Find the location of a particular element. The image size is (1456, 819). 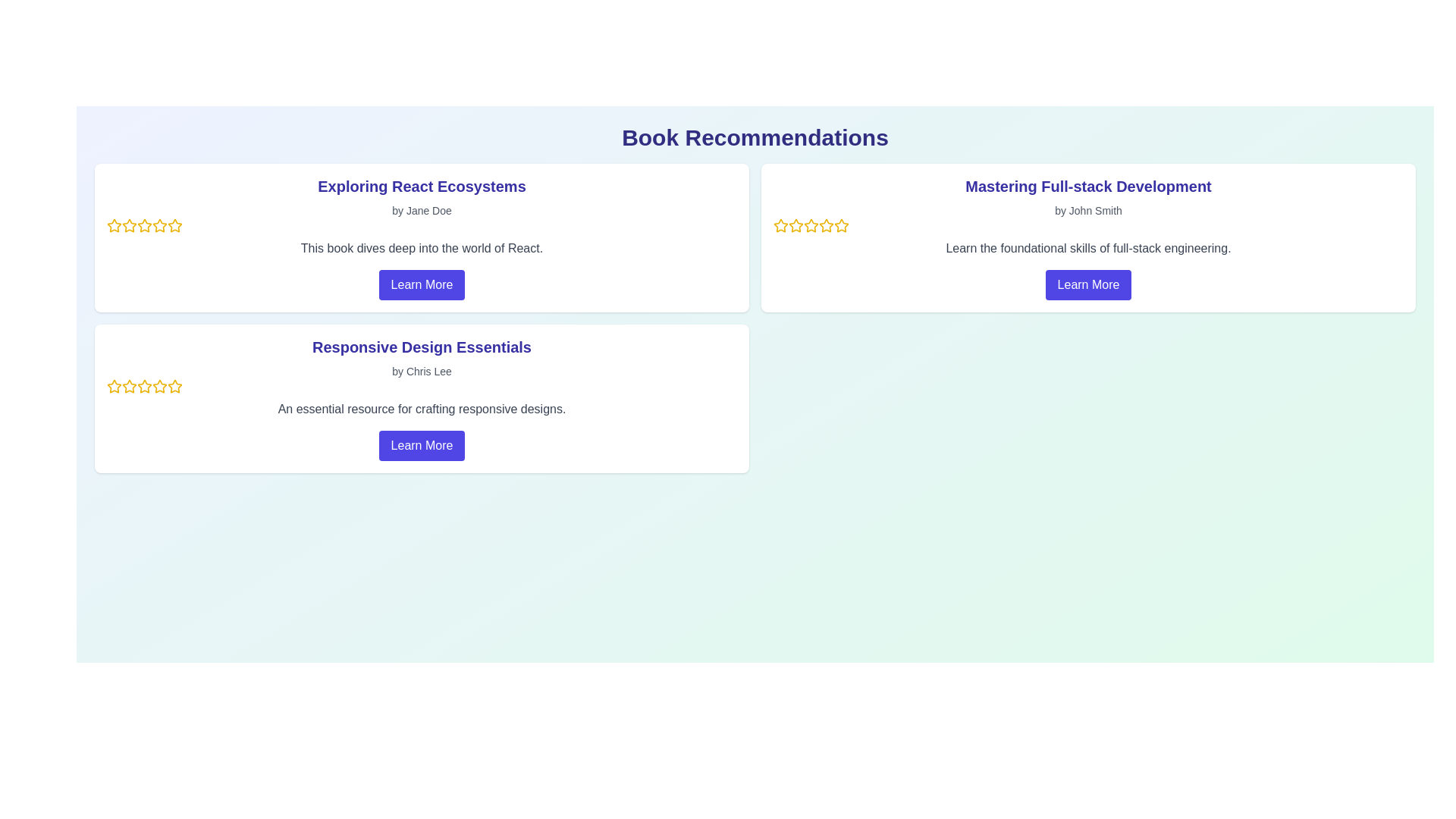

the second star icon in the rating system for the book 'Responsive Design Essentials' is located at coordinates (160, 385).